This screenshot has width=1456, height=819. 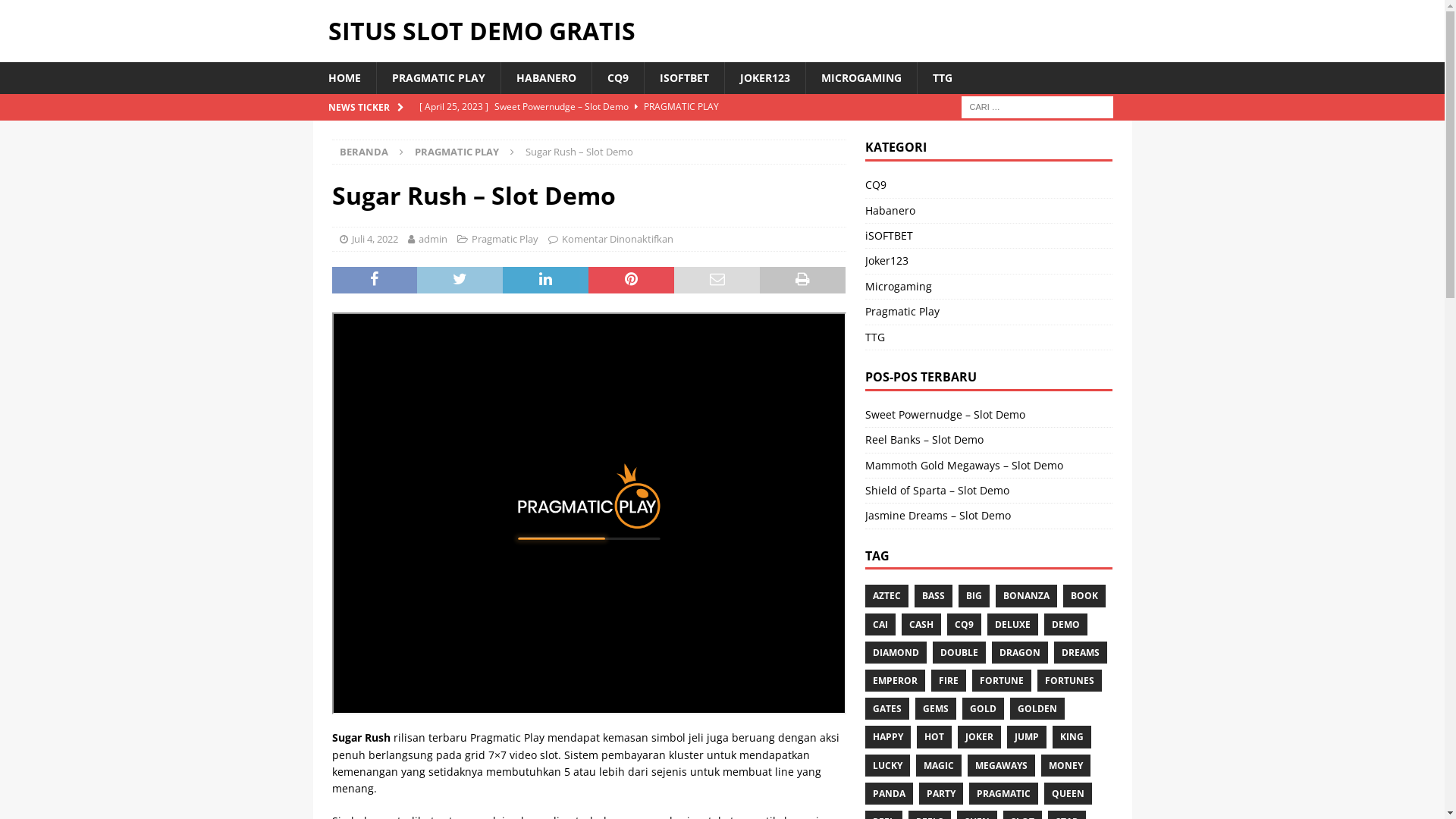 I want to click on 'PARTY', so click(x=940, y=792).